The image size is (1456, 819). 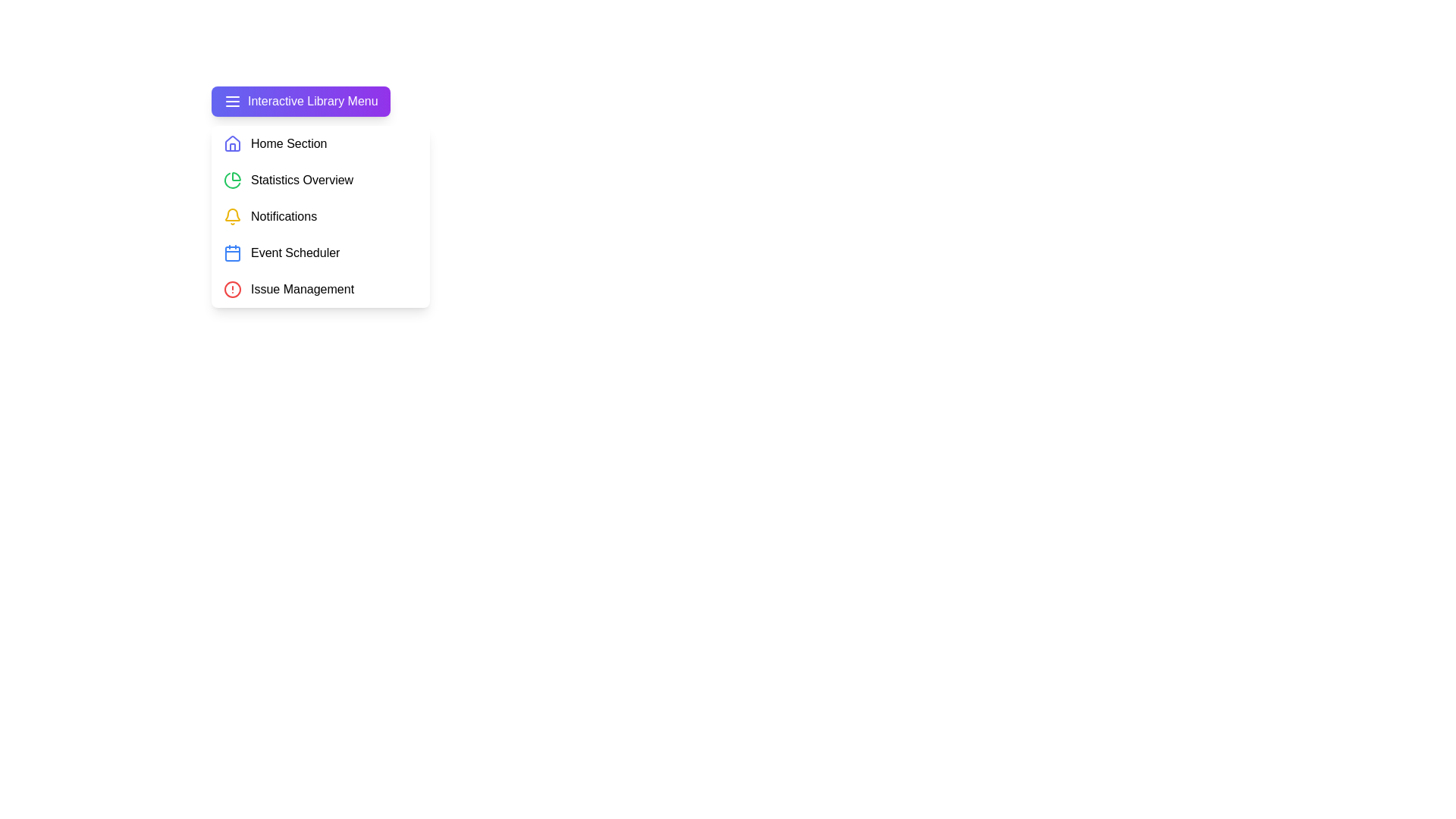 I want to click on the menu item Event Scheduler, so click(x=319, y=253).